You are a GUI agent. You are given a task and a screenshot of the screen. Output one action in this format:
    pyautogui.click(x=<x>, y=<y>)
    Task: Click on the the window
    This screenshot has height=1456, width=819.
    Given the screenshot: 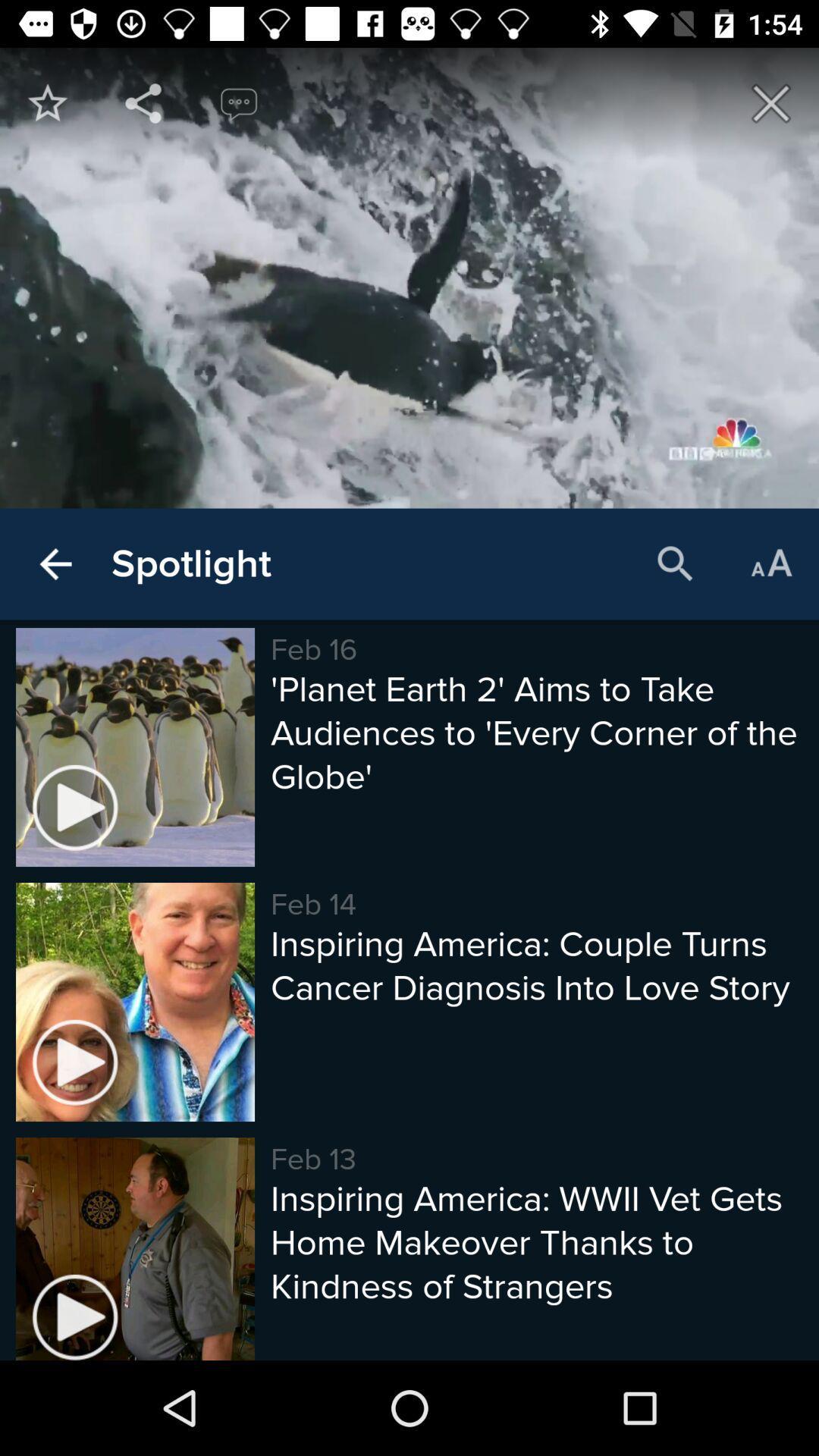 What is the action you would take?
    pyautogui.click(x=771, y=102)
    